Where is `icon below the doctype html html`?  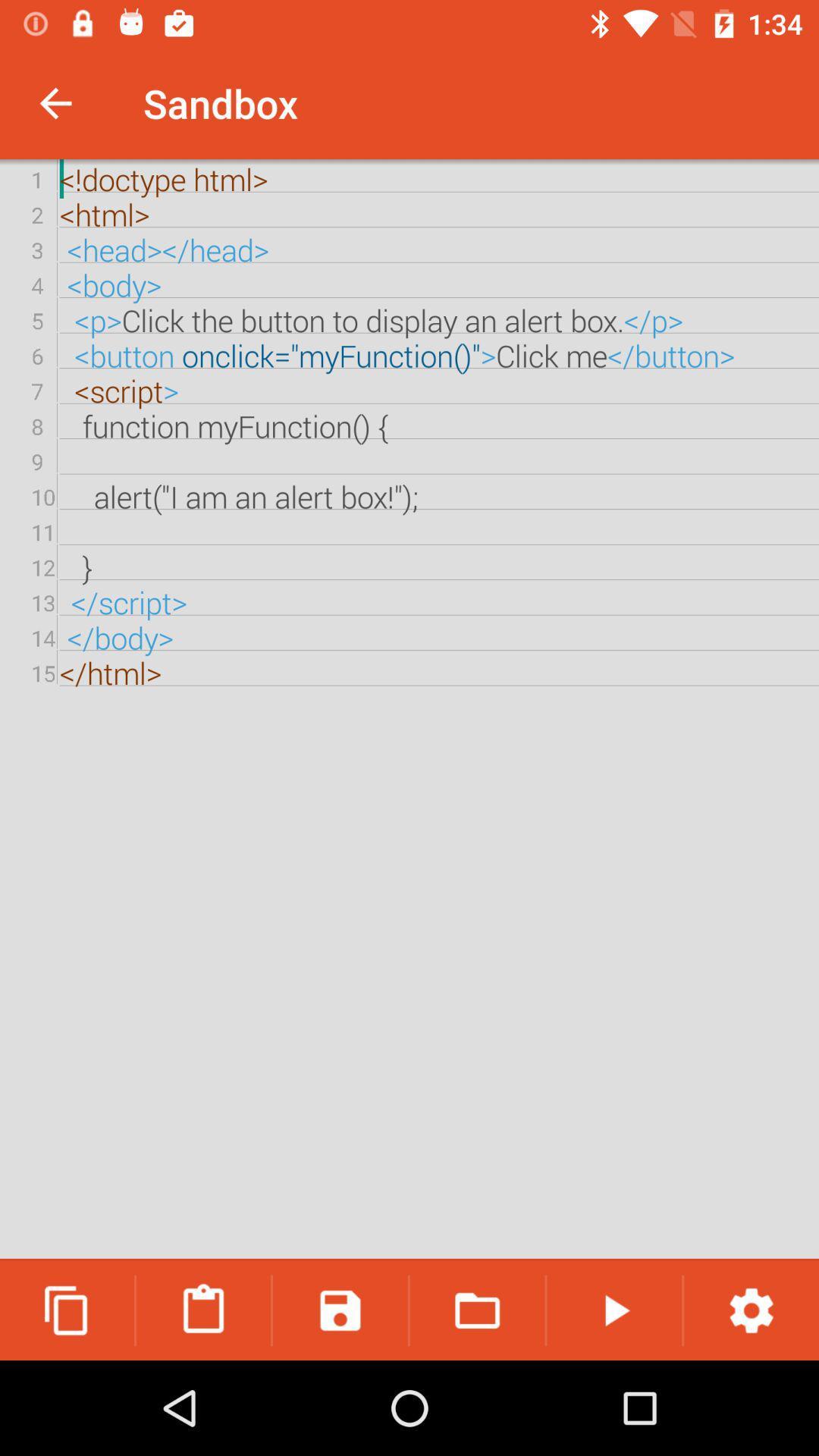 icon below the doctype html html is located at coordinates (339, 1310).